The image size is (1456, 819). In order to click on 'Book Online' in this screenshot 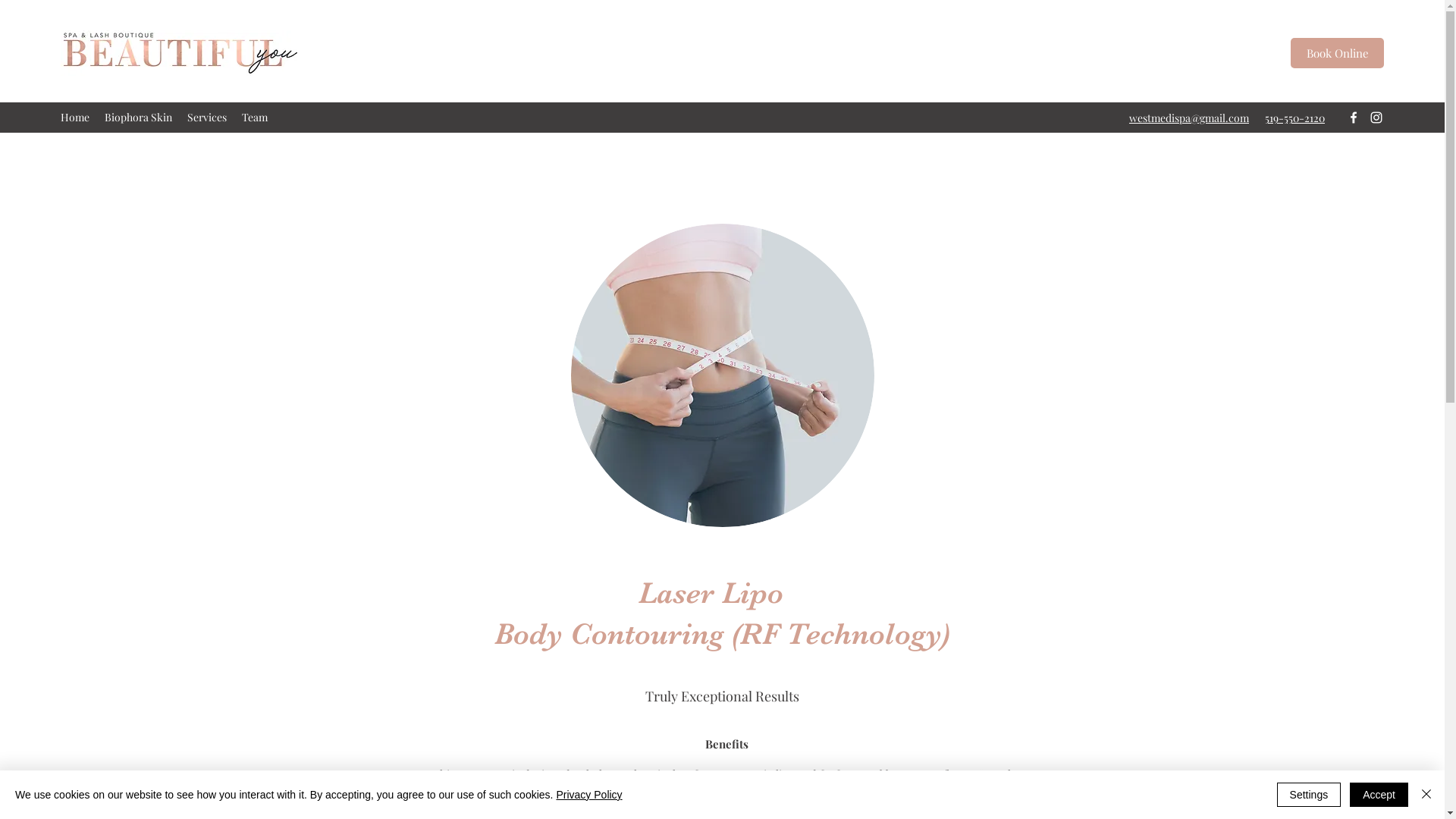, I will do `click(1337, 52)`.